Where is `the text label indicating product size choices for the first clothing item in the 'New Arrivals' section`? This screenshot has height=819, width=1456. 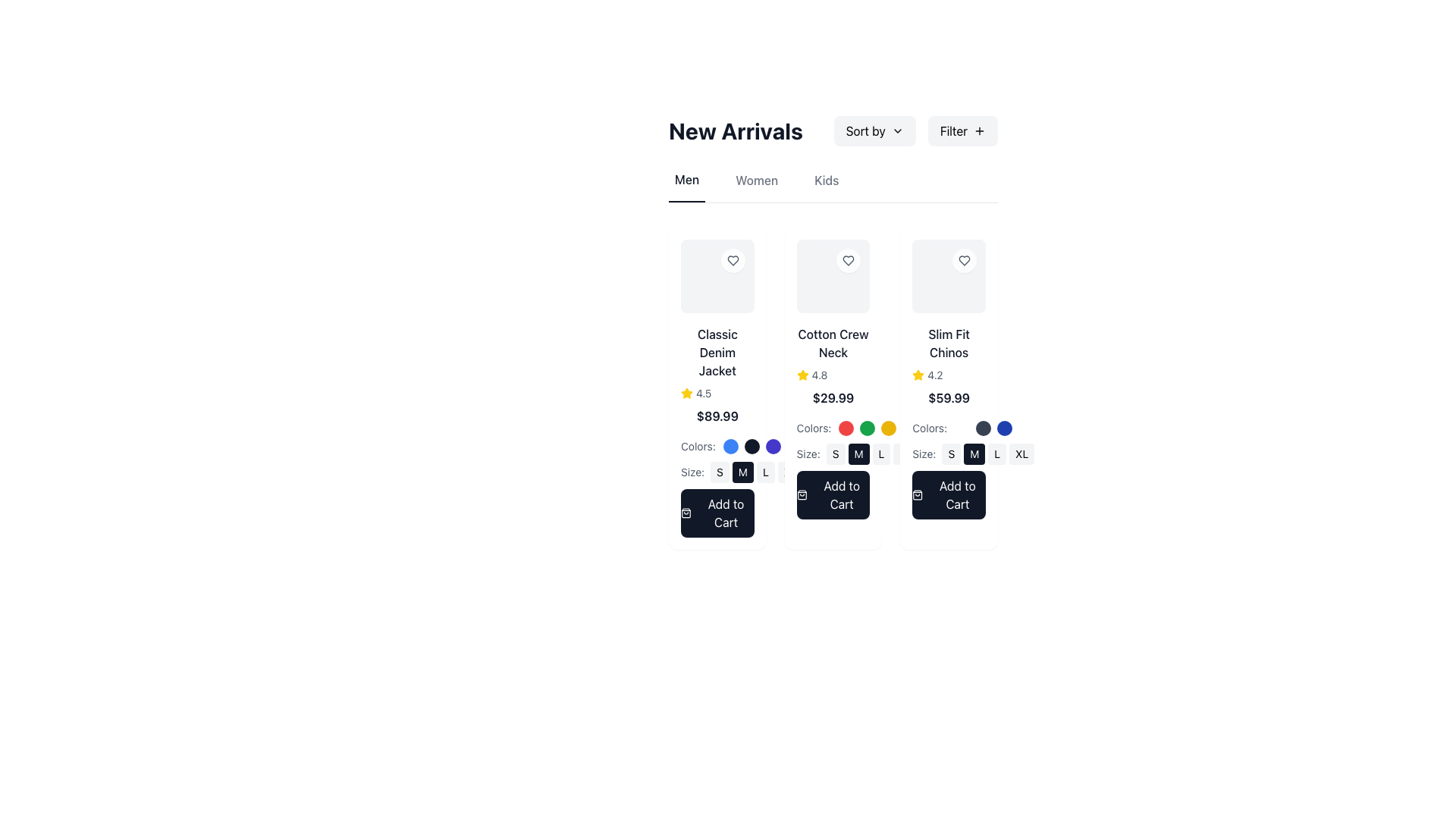 the text label indicating product size choices for the first clothing item in the 'New Arrivals' section is located at coordinates (692, 471).